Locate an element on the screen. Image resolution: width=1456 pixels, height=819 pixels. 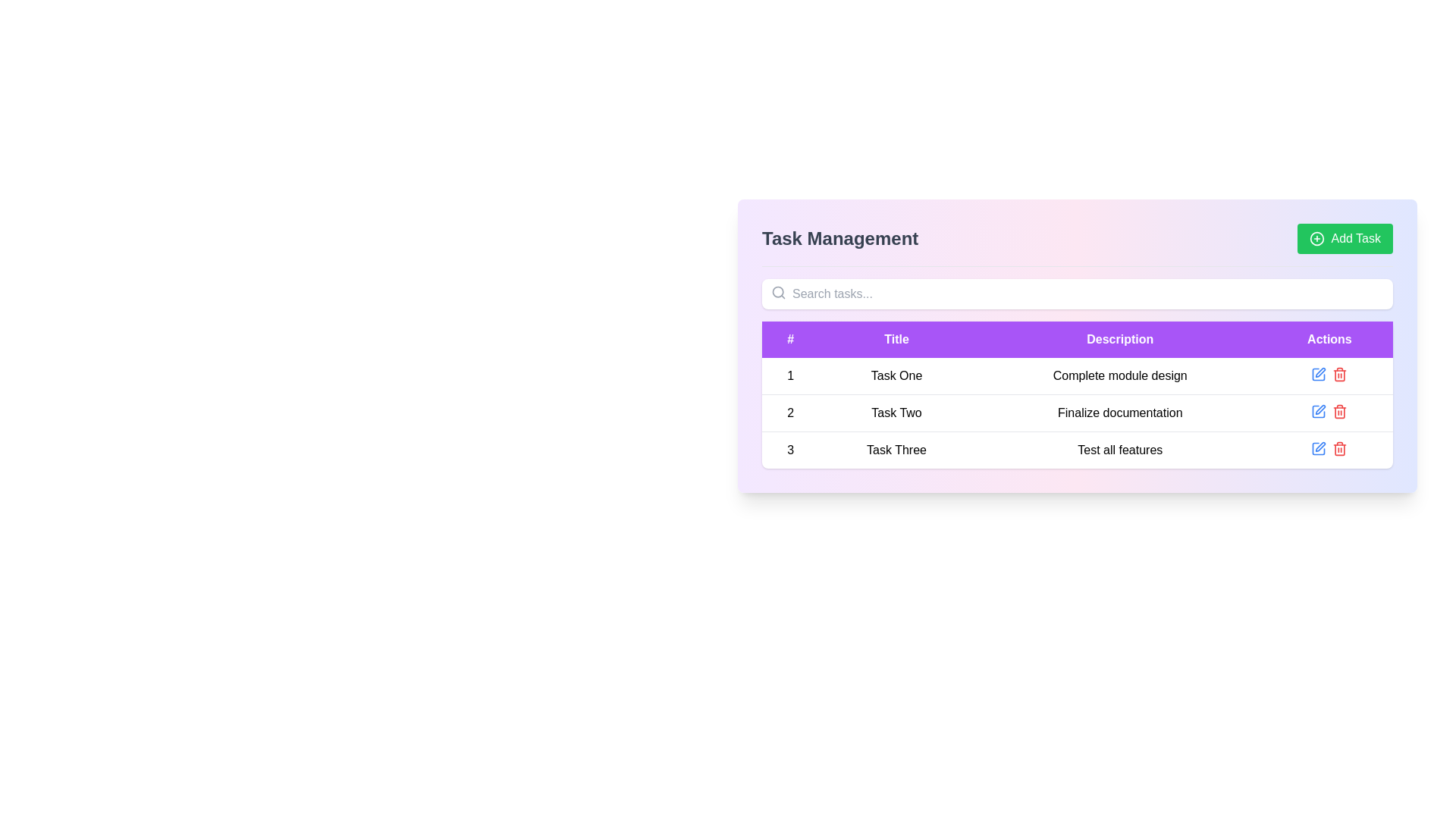
the red trash icon button located in the 'Actions' column of the second row in the displayed table is located at coordinates (1340, 412).